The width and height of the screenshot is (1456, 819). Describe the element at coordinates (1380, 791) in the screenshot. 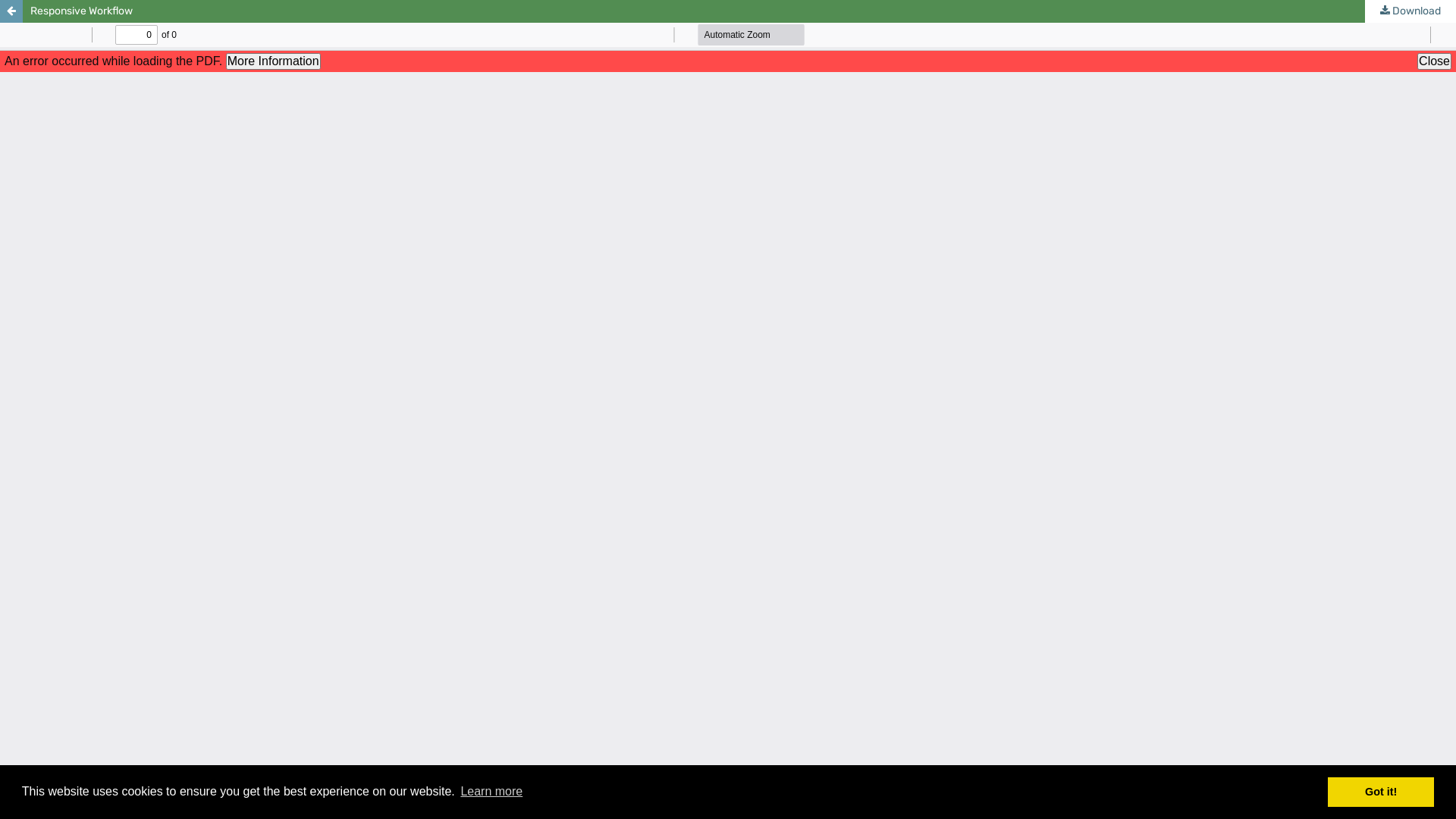

I see `'Got it!'` at that location.